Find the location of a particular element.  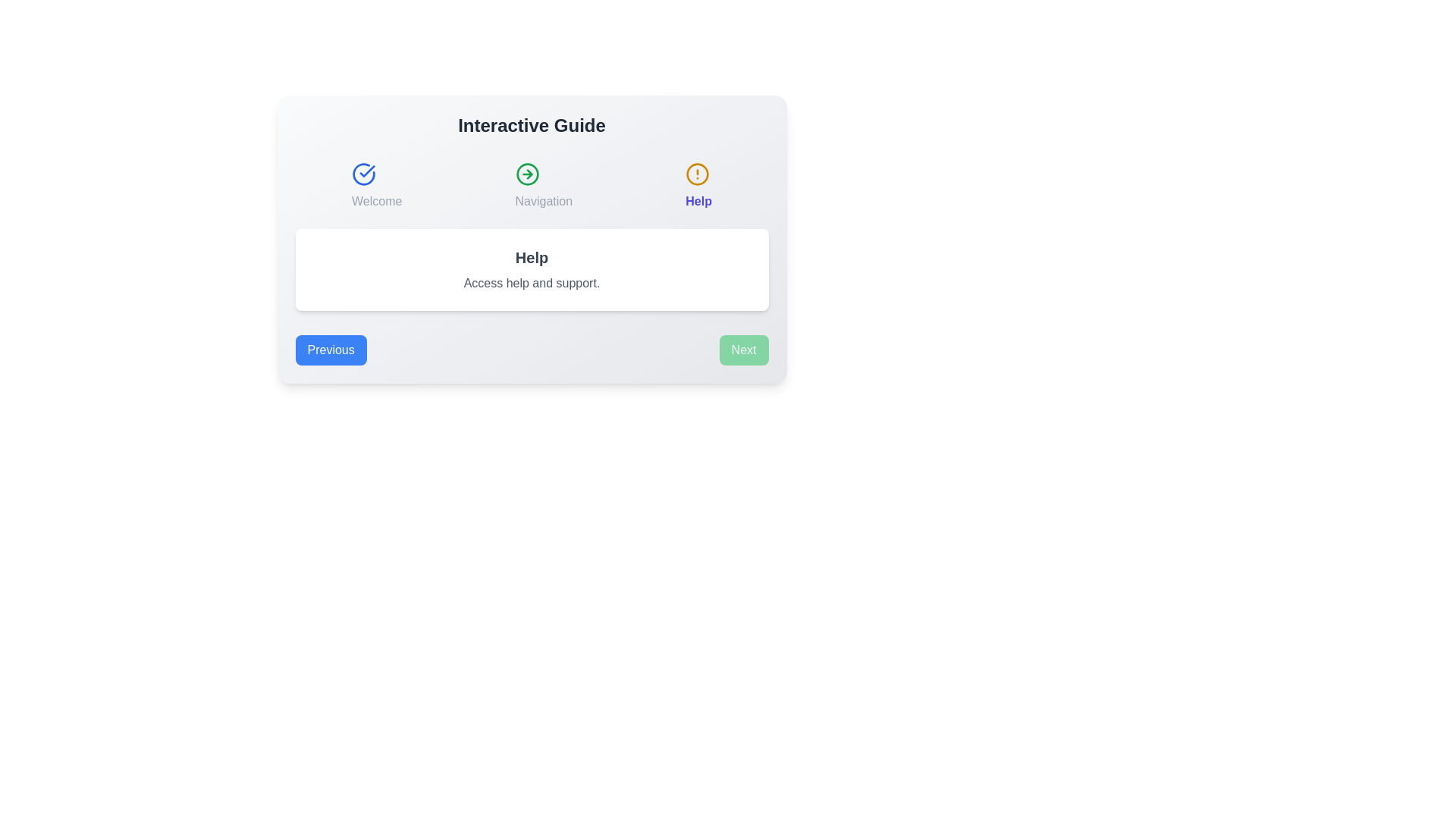

the yellow circular alert icon with an exclamation mark, located to the right of the 'Navigation' text in the interface header is located at coordinates (697, 174).